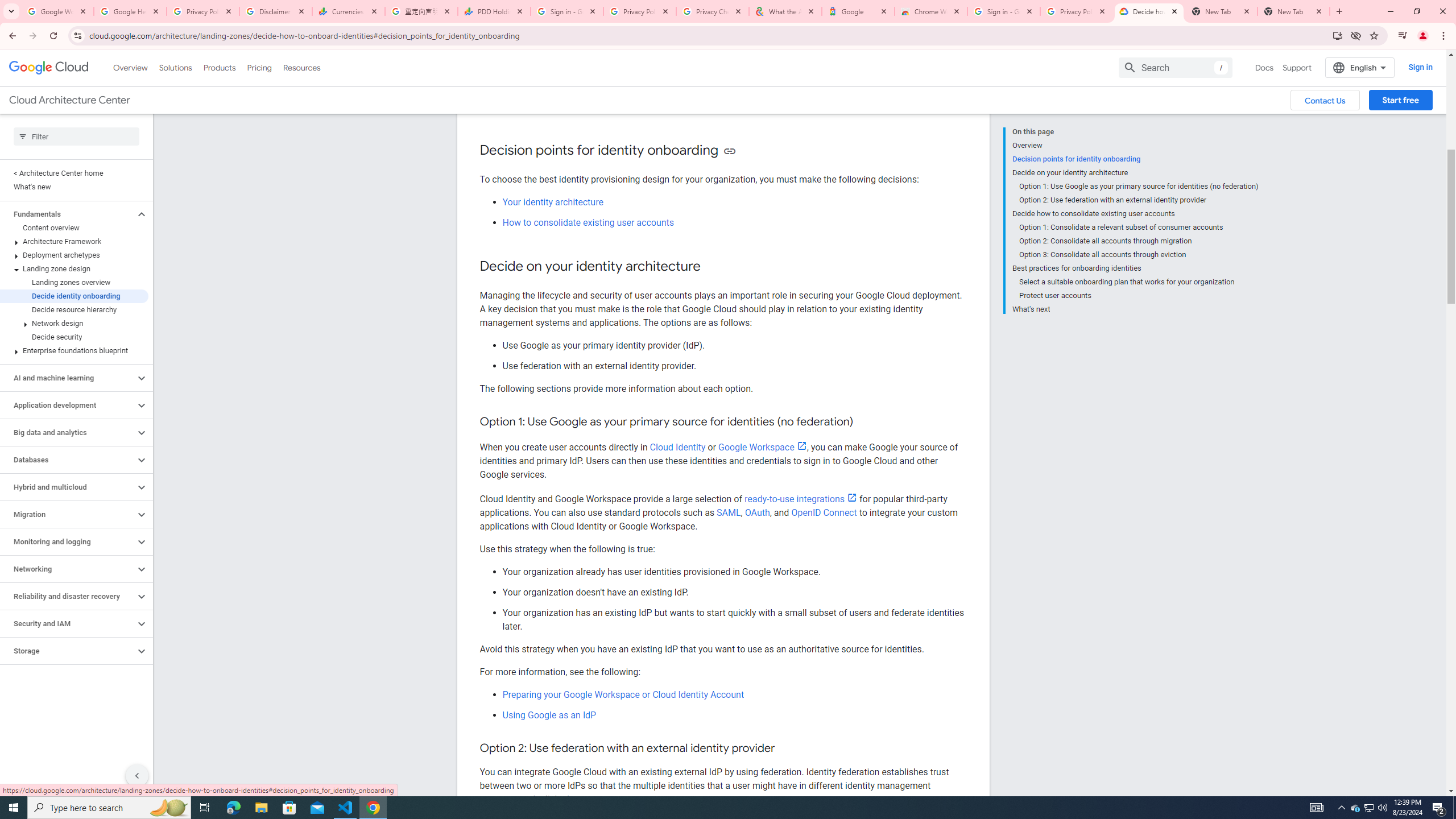 The image size is (1456, 819). Describe the element at coordinates (74, 296) in the screenshot. I see `'Decide identity onboarding'` at that location.